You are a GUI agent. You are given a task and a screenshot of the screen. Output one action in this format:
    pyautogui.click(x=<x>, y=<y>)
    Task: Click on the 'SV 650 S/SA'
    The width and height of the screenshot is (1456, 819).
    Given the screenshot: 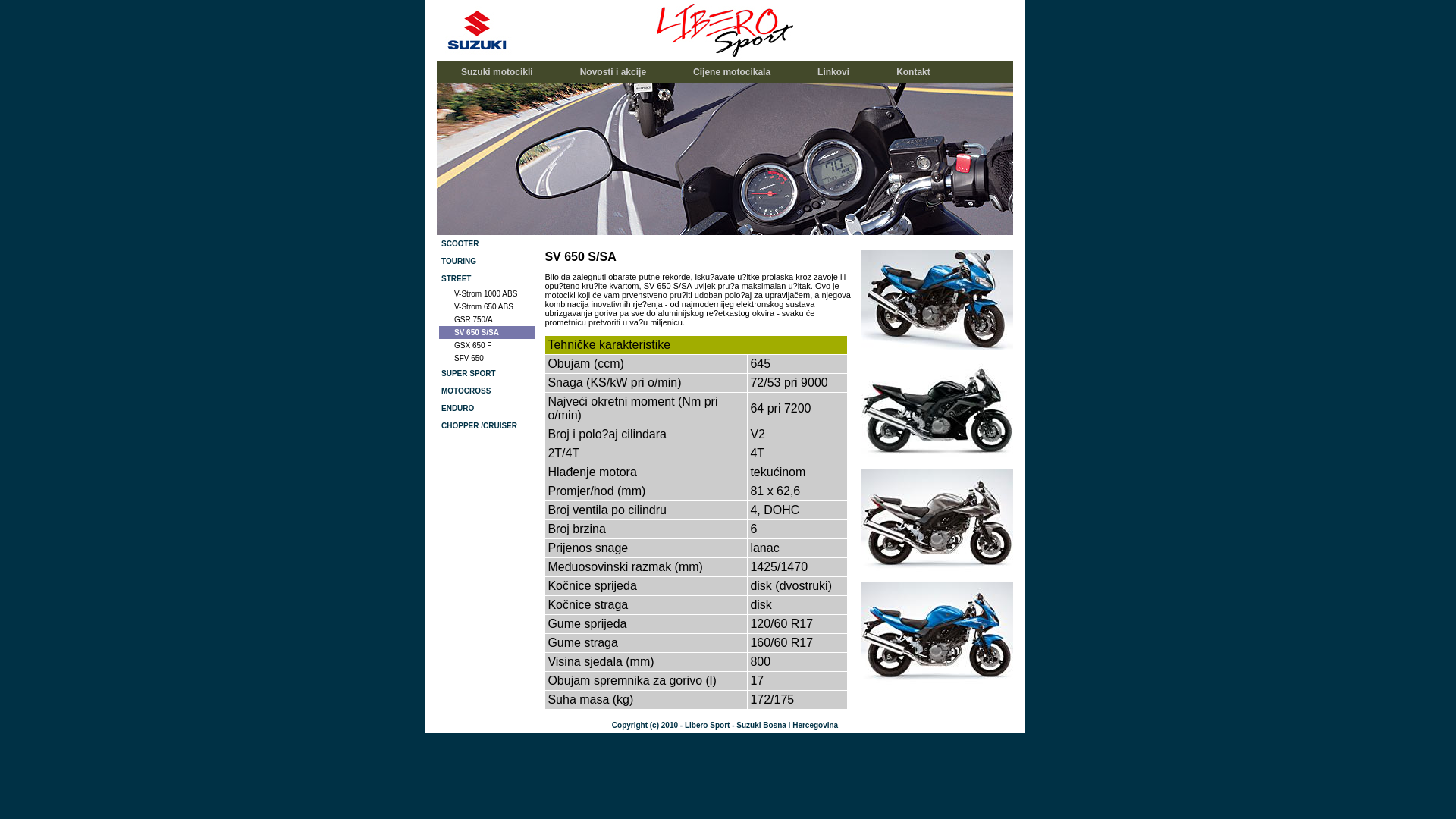 What is the action you would take?
    pyautogui.click(x=438, y=331)
    